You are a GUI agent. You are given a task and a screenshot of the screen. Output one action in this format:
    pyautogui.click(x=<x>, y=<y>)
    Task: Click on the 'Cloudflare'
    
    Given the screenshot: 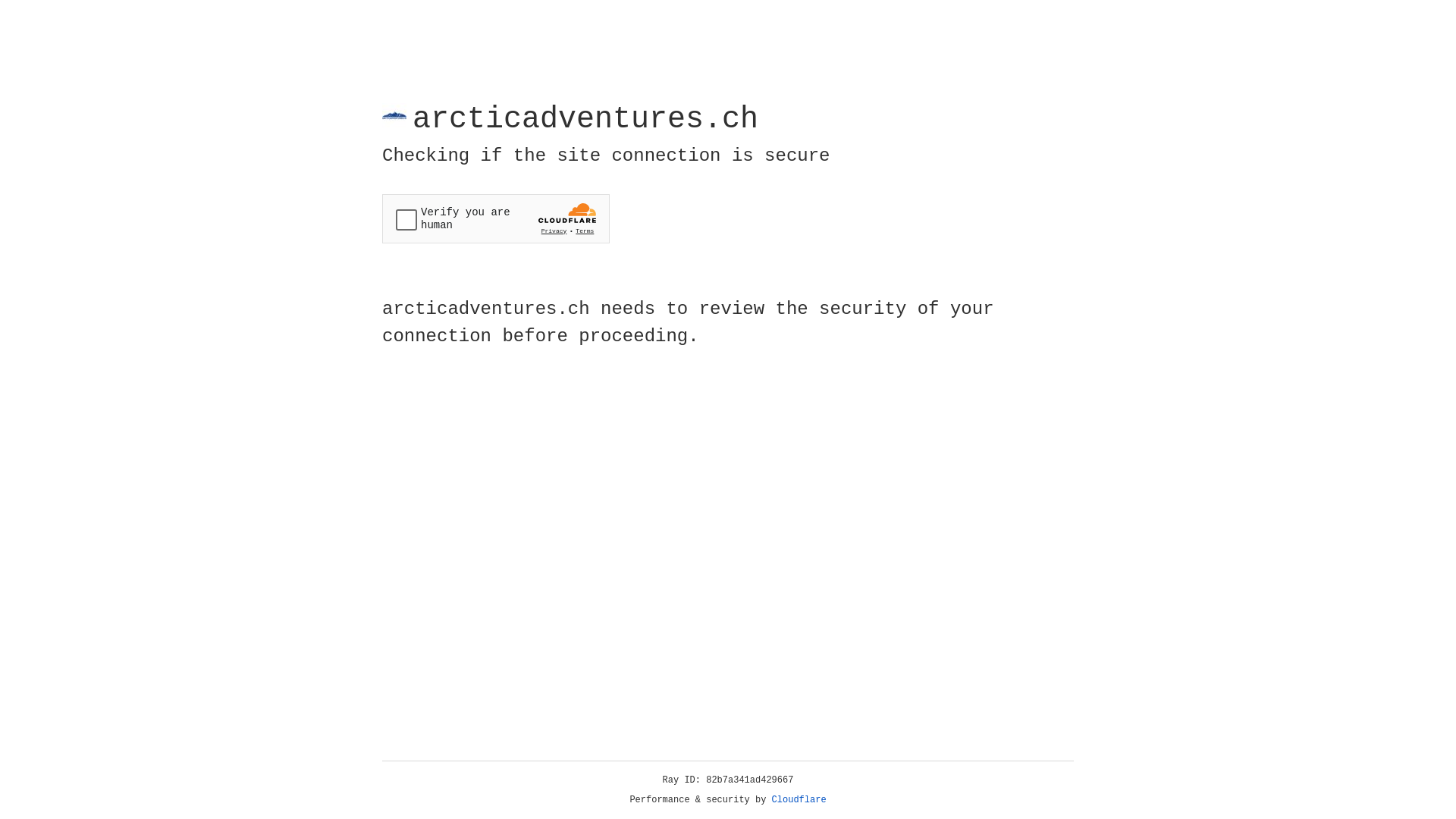 What is the action you would take?
    pyautogui.click(x=799, y=799)
    